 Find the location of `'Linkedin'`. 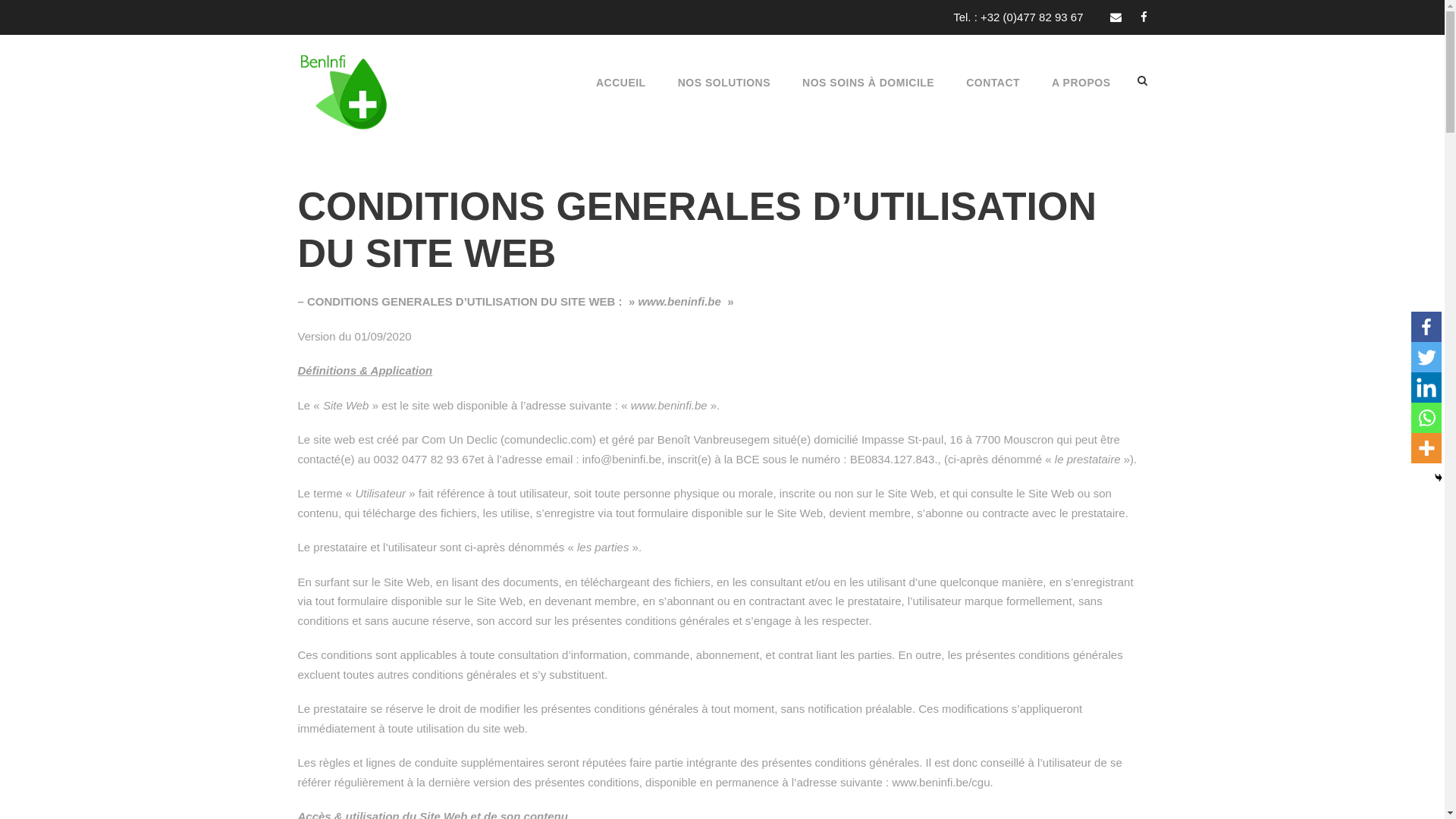

'Linkedin' is located at coordinates (1410, 386).